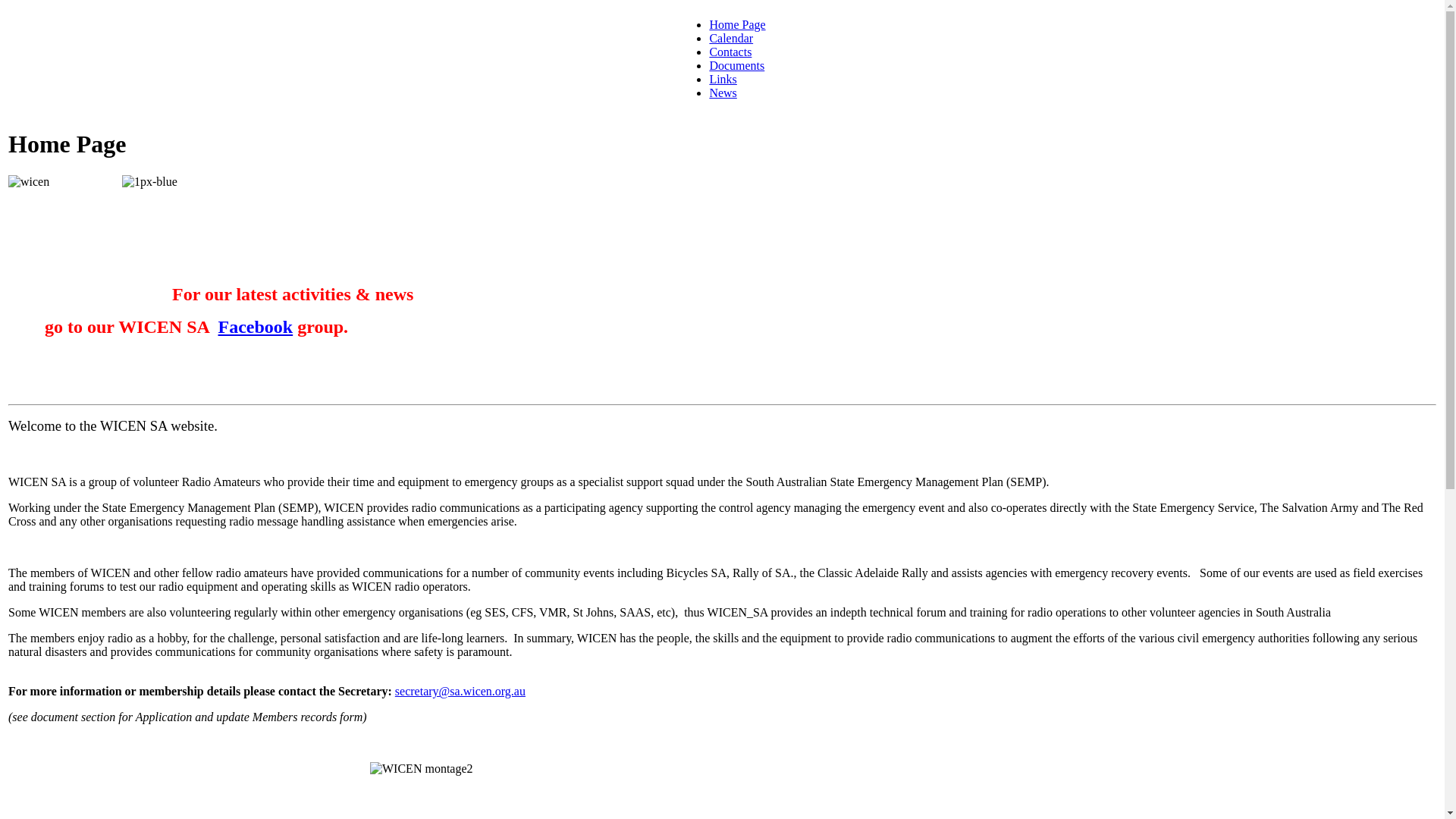 Image resolution: width=1456 pixels, height=819 pixels. What do you see at coordinates (459, 691) in the screenshot?
I see `'secretary@sa.wicen.org.au'` at bounding box center [459, 691].